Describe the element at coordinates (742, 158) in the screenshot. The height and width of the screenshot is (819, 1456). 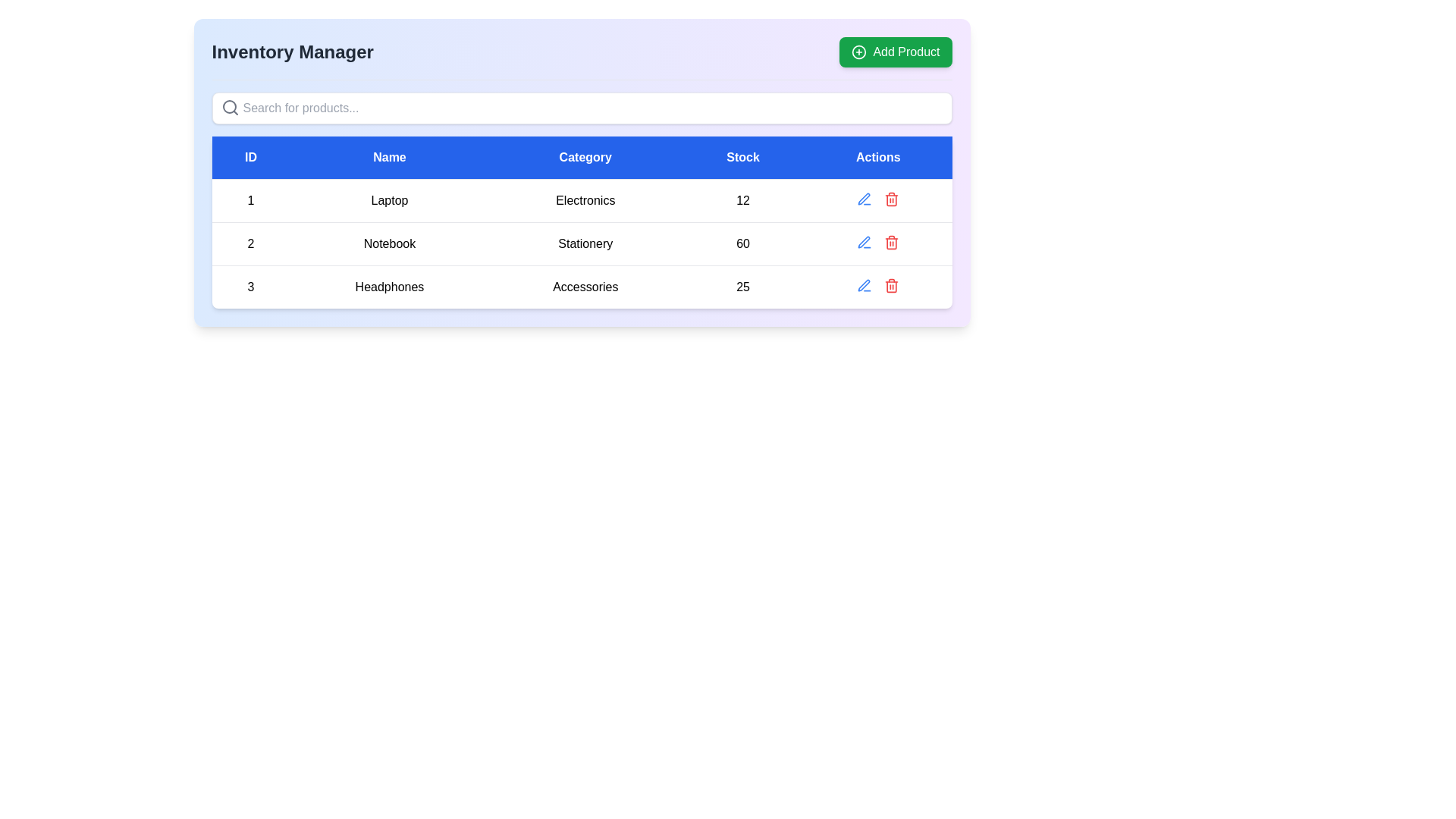
I see `the 'Stock' column header` at that location.